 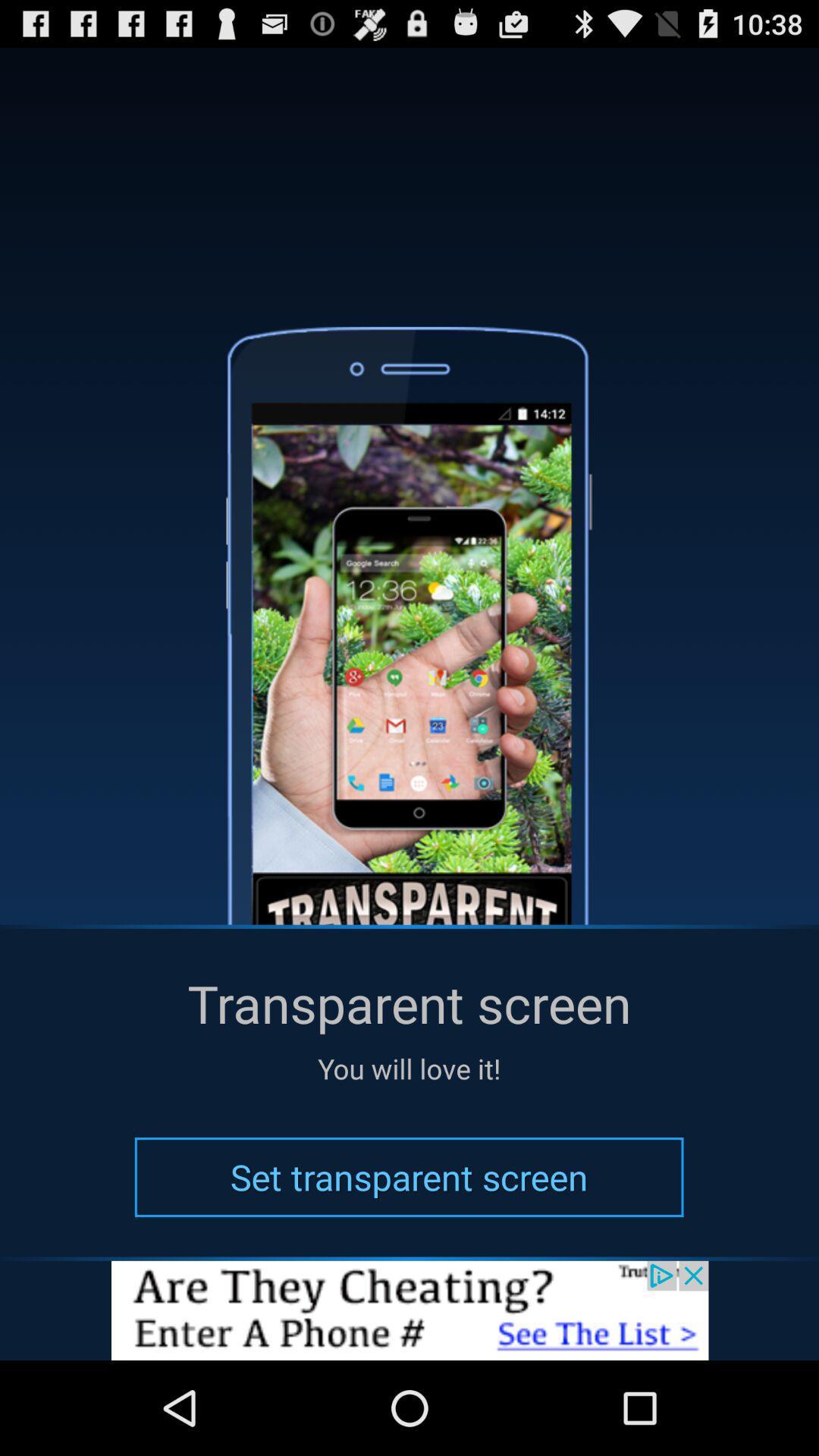 I want to click on mention page are going this button, so click(x=409, y=1310).